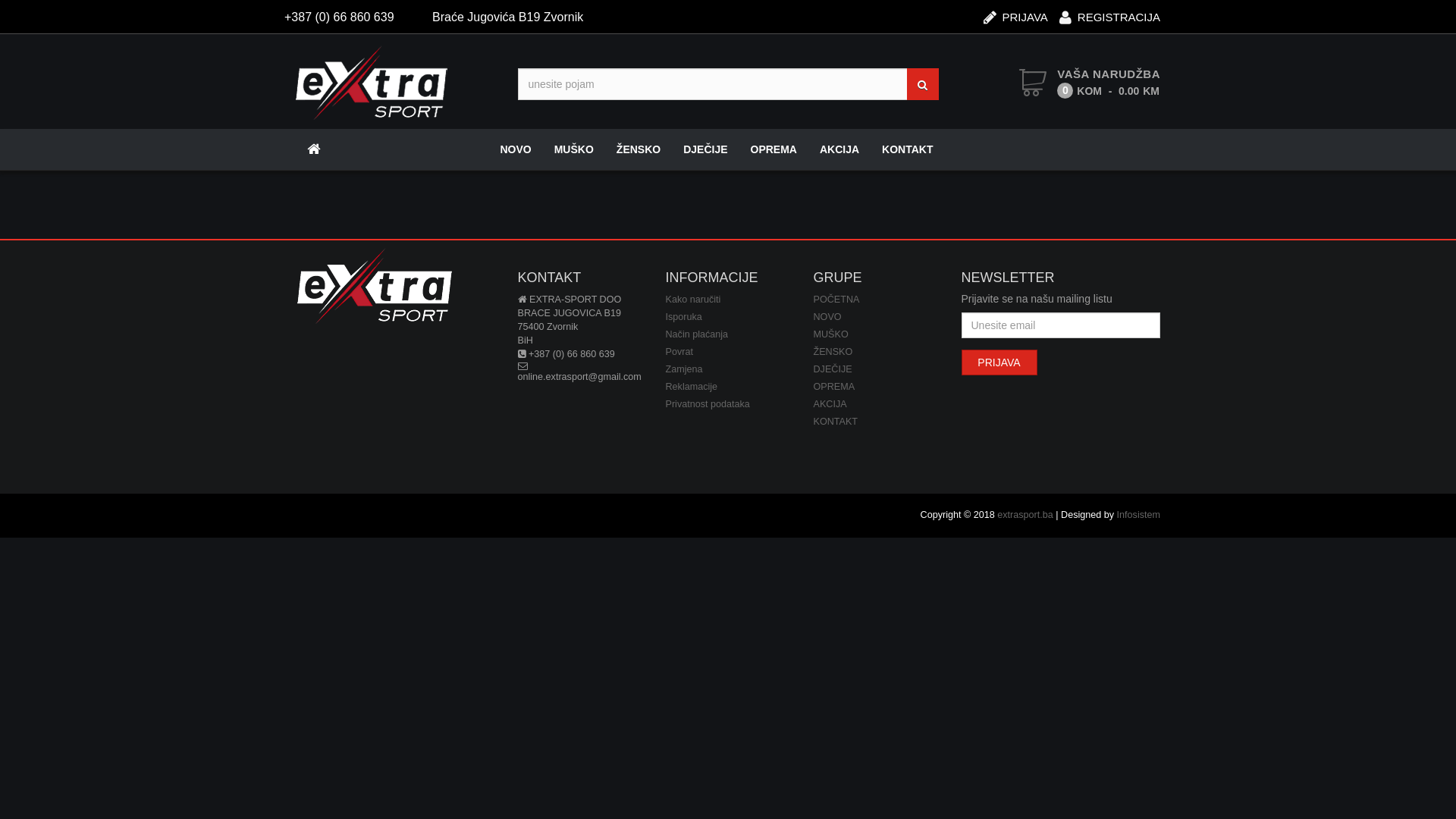  I want to click on 'Zamjena', so click(683, 369).